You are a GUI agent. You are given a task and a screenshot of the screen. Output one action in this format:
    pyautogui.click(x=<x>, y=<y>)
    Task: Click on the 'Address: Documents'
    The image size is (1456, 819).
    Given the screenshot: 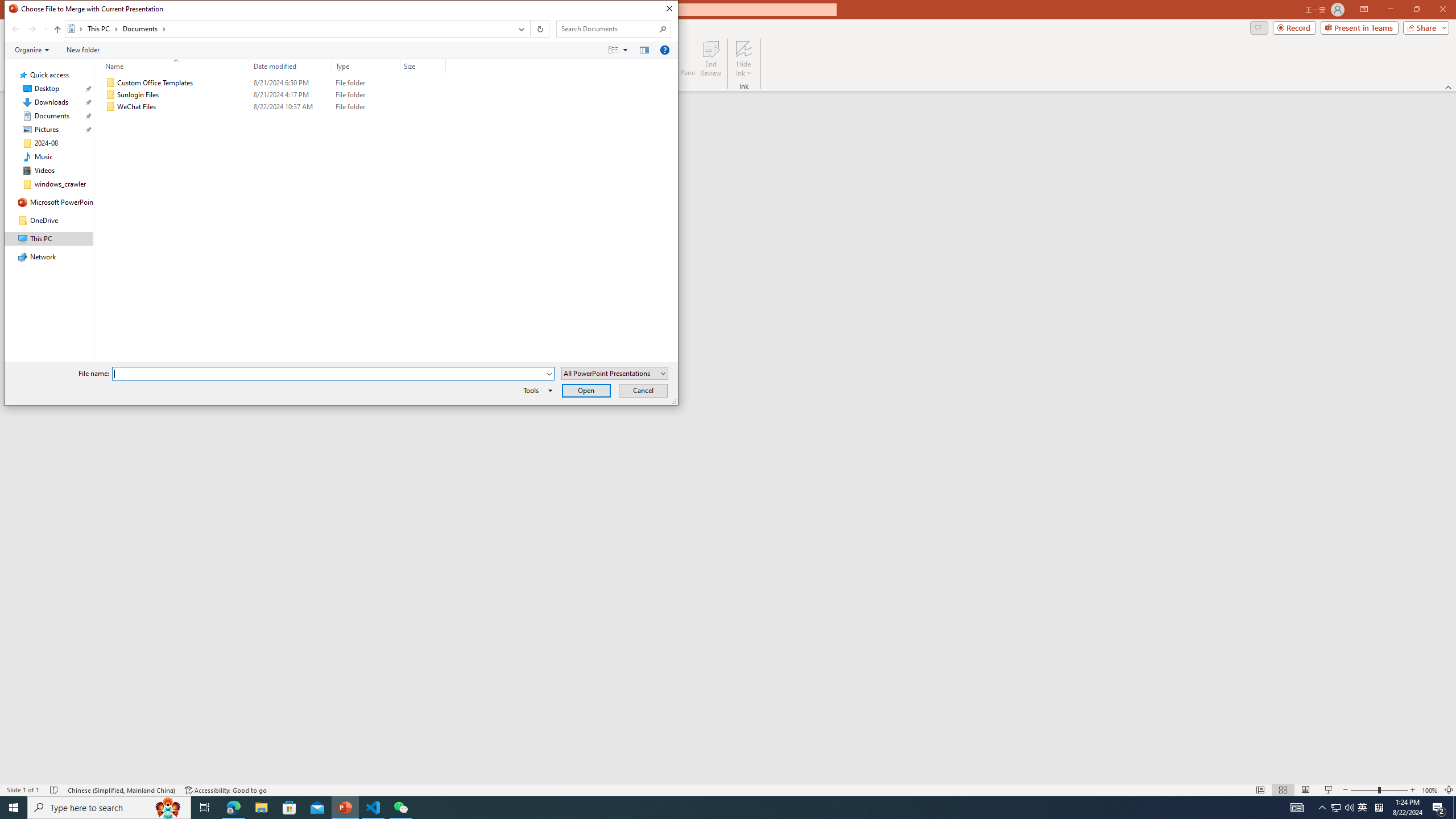 What is the action you would take?
    pyautogui.click(x=287, y=28)
    